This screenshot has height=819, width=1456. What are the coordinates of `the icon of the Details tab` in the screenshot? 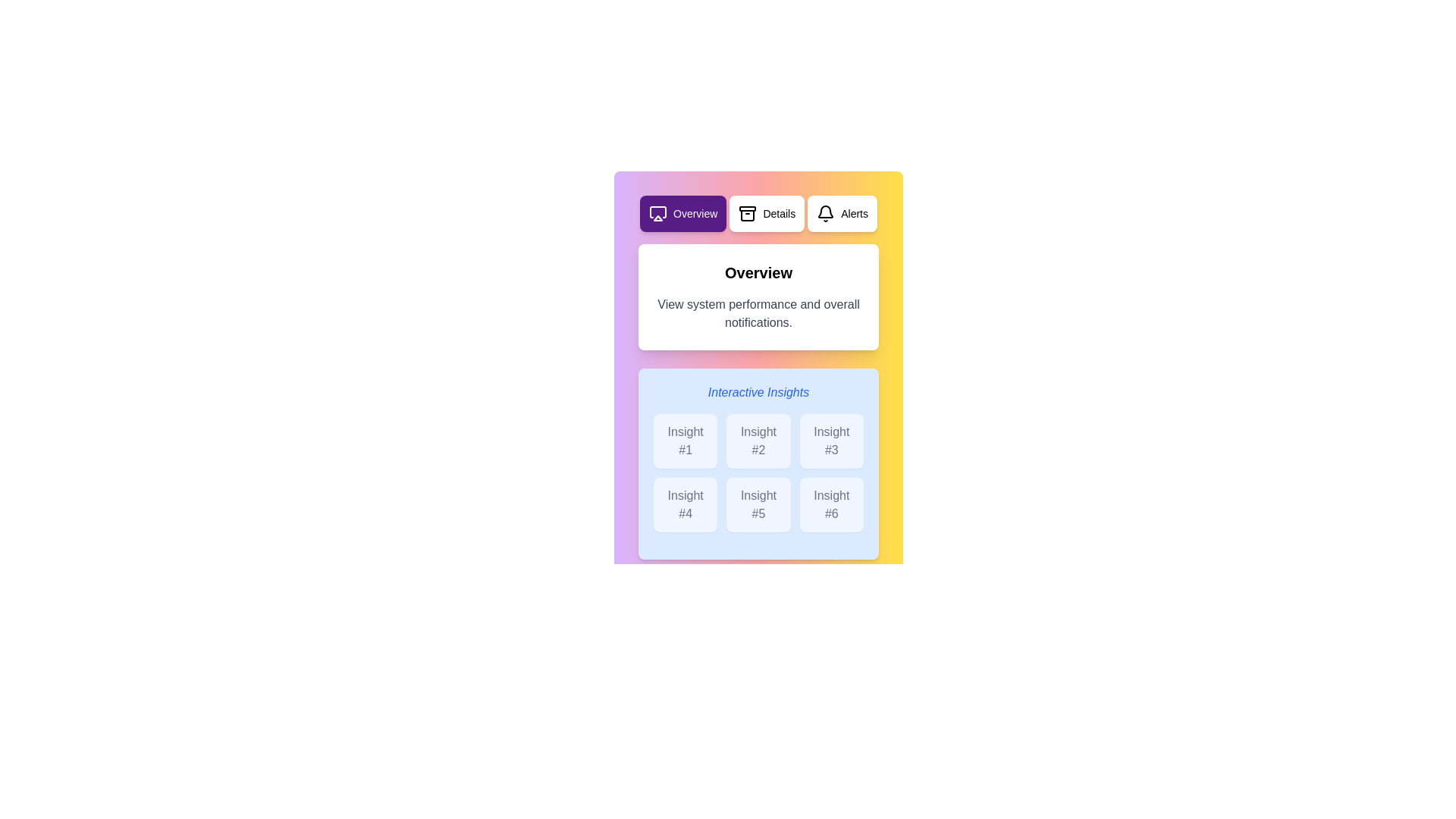 It's located at (748, 213).